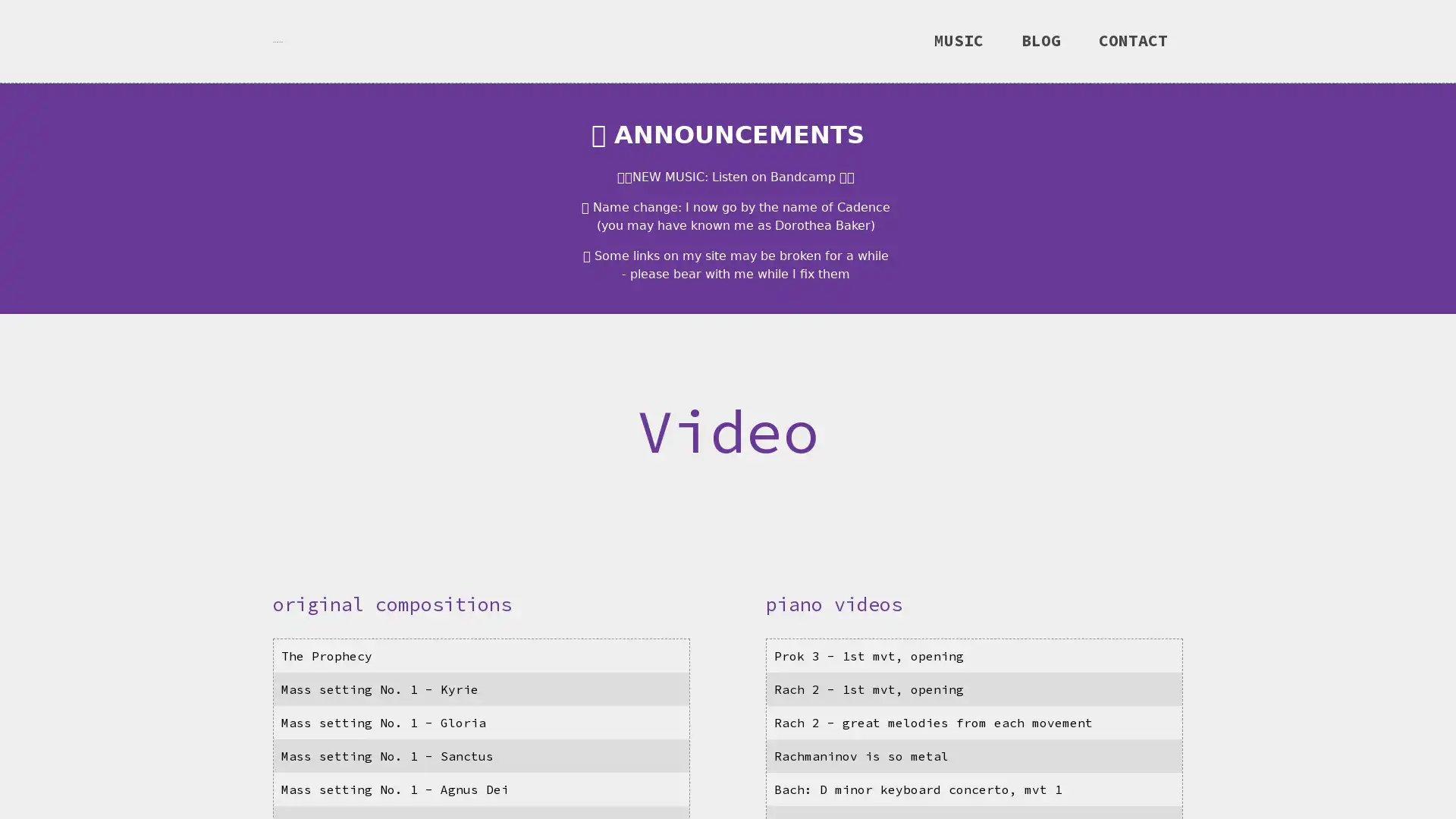 The width and height of the screenshot is (1456, 819). What do you see at coordinates (974, 788) in the screenshot?
I see `video: Bach: D minor keyboard concerto, mvt 1` at bounding box center [974, 788].